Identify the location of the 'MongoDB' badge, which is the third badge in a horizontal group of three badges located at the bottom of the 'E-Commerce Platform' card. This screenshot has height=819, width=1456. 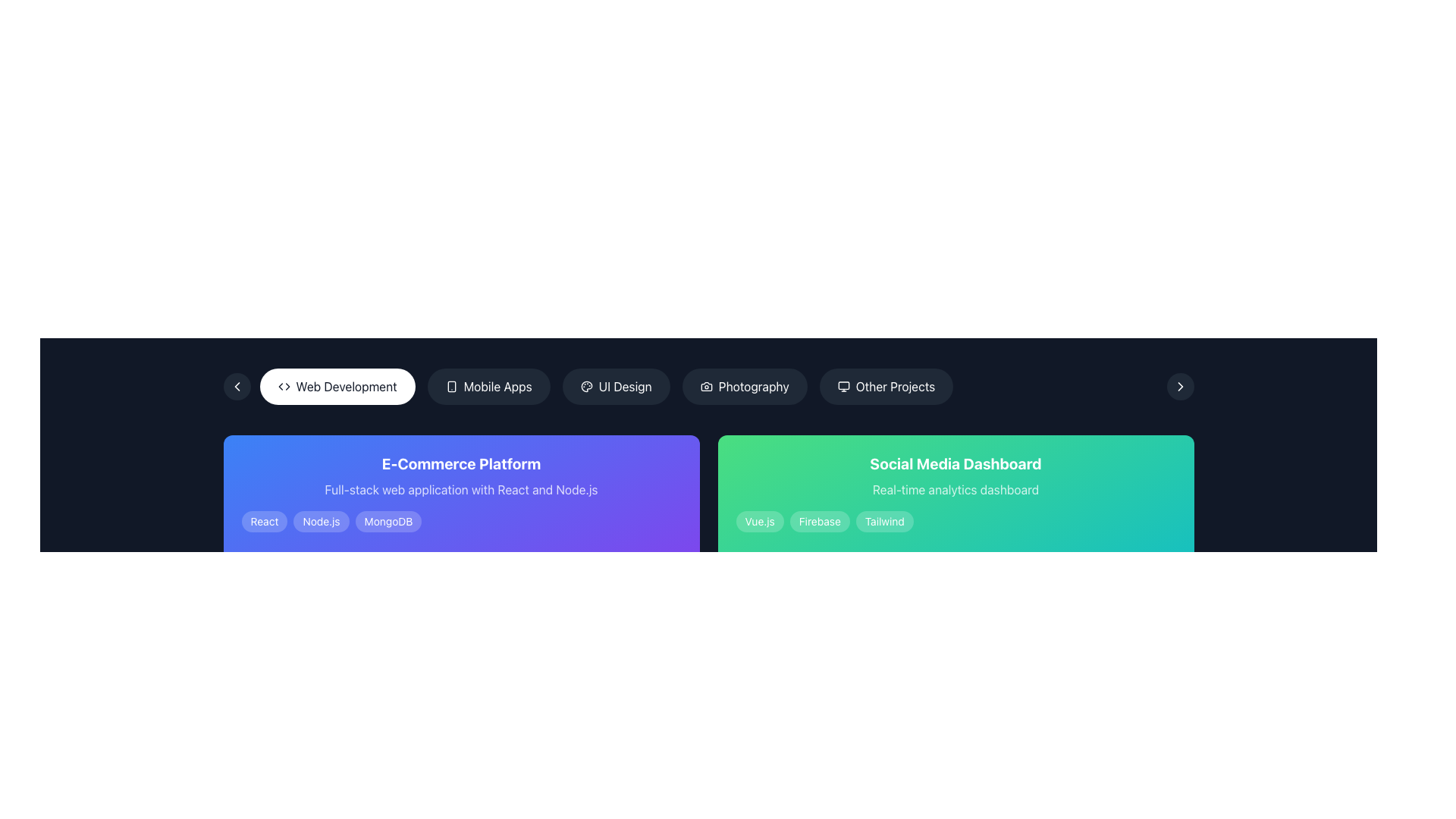
(388, 520).